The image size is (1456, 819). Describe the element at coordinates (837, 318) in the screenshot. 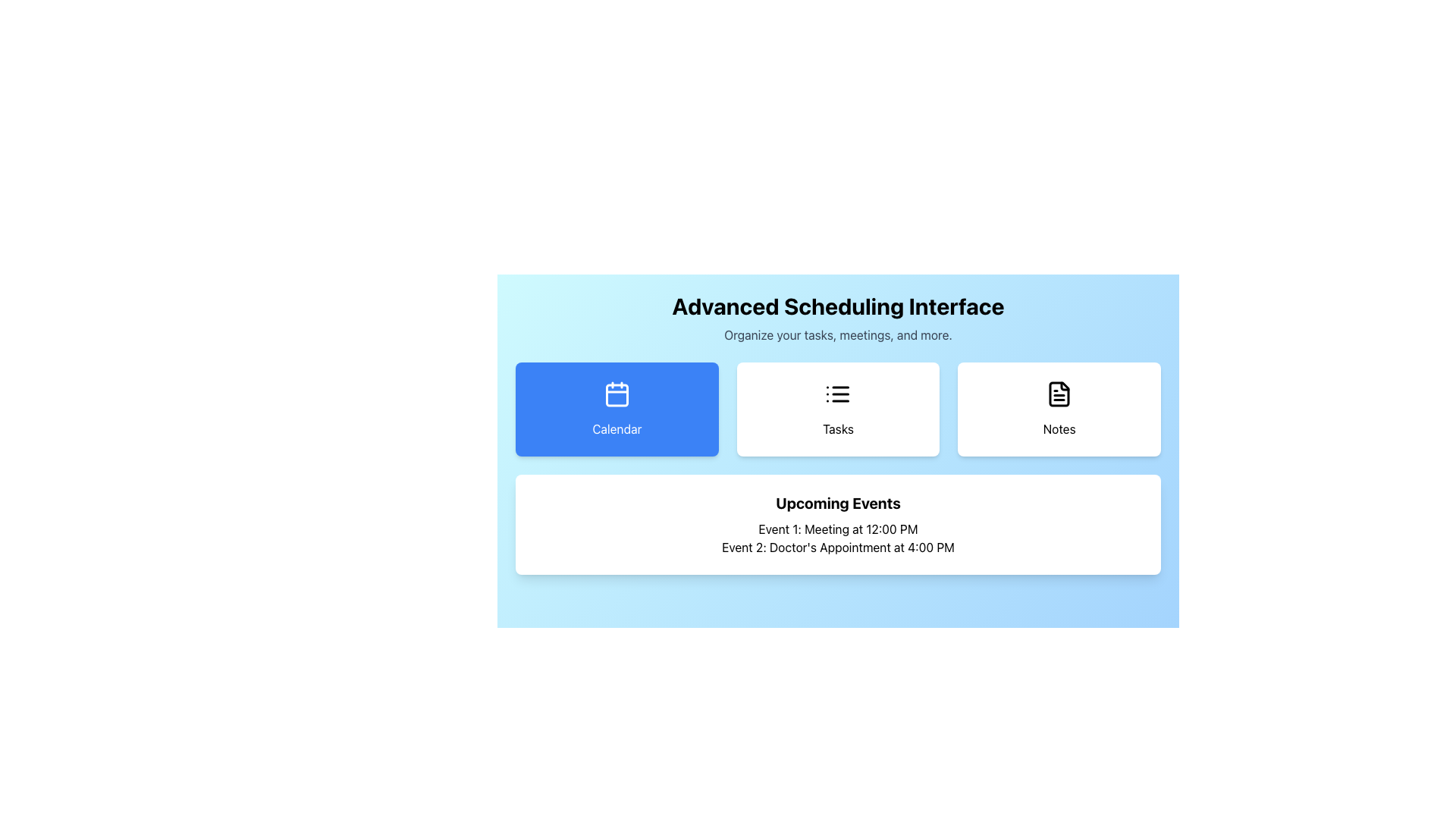

I see `the text block header section that includes the bold title 'Advanced Scheduling Interface' and subtitle 'Organize your tasks, meetings, and more.'` at that location.